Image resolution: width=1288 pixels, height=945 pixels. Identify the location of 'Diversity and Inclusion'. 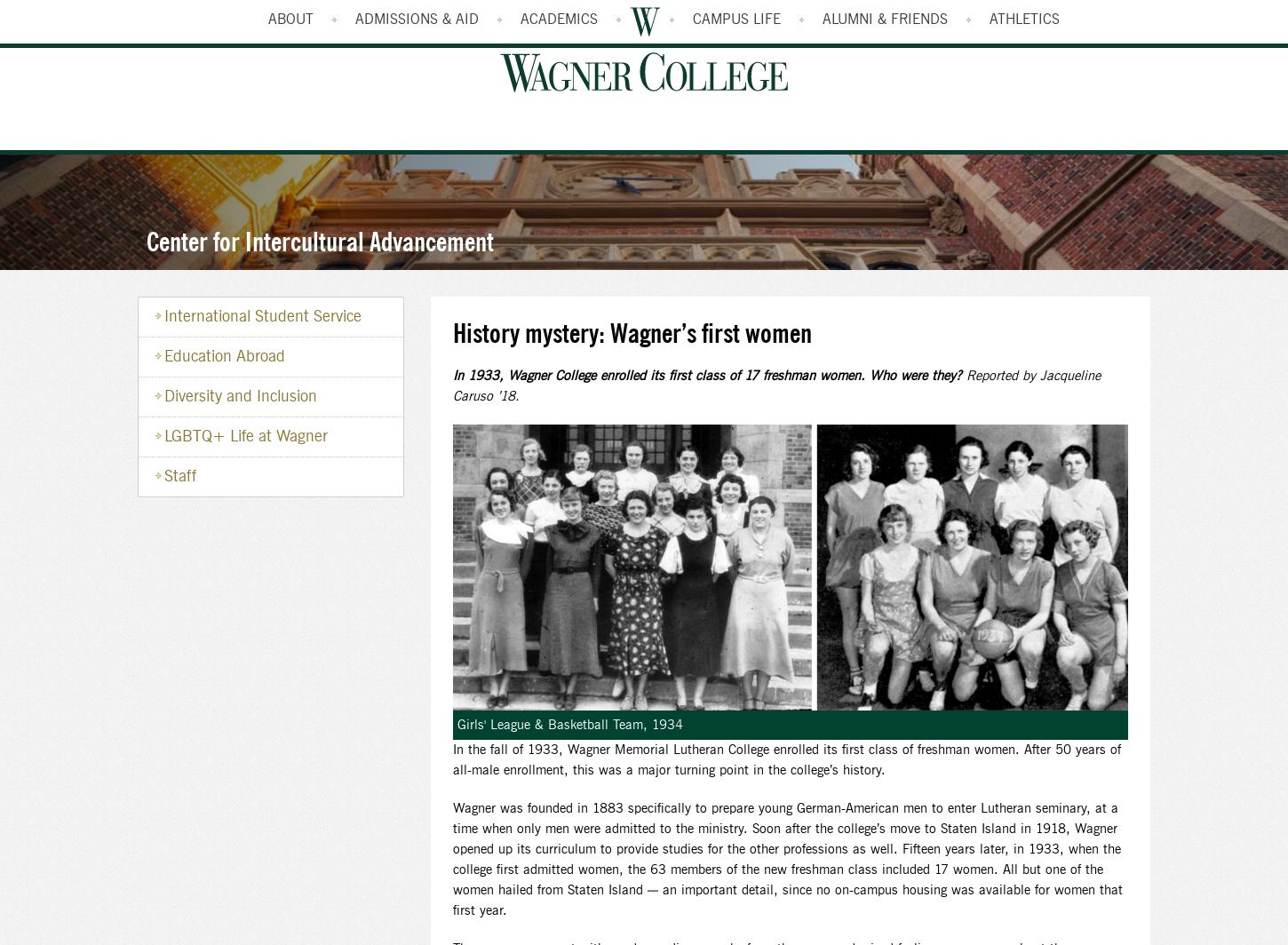
(241, 398).